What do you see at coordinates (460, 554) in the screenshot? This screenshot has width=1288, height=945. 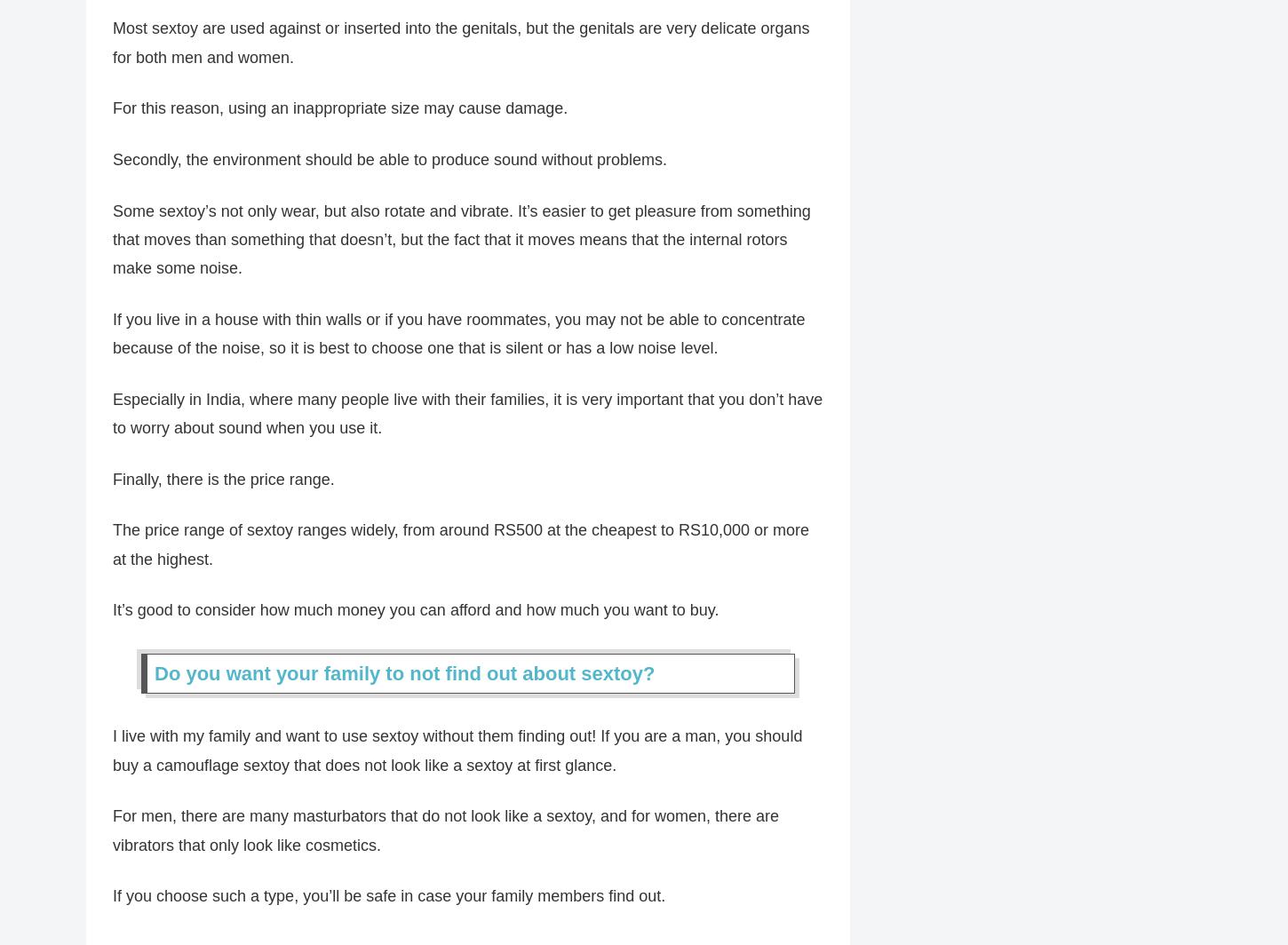 I see `'The price range of sextoy ranges widely, from around RS500 at the cheapest to RS10,000 or more at the highest.'` at bounding box center [460, 554].